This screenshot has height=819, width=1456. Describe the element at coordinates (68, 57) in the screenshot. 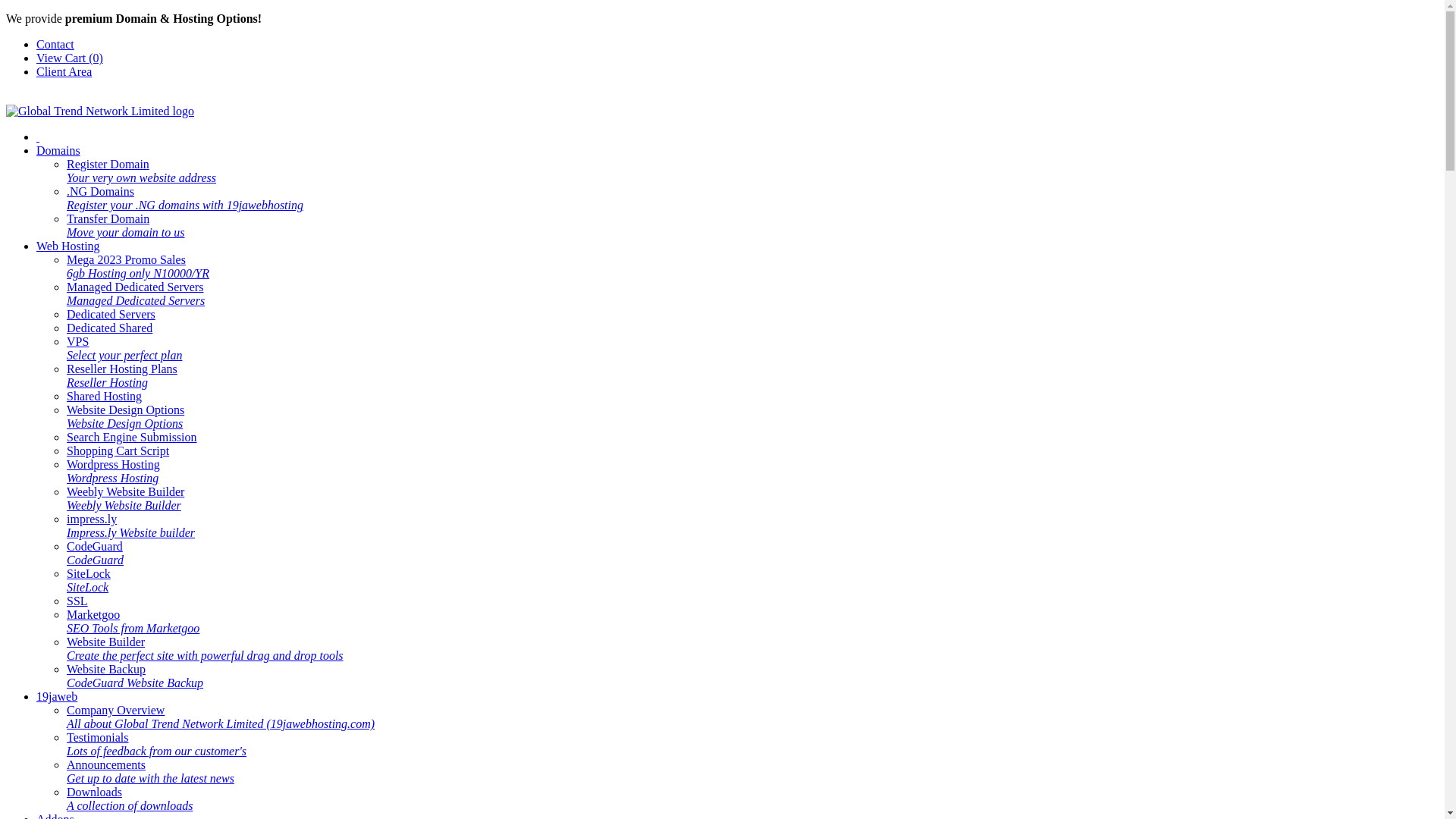

I see `'View Cart (0)'` at that location.